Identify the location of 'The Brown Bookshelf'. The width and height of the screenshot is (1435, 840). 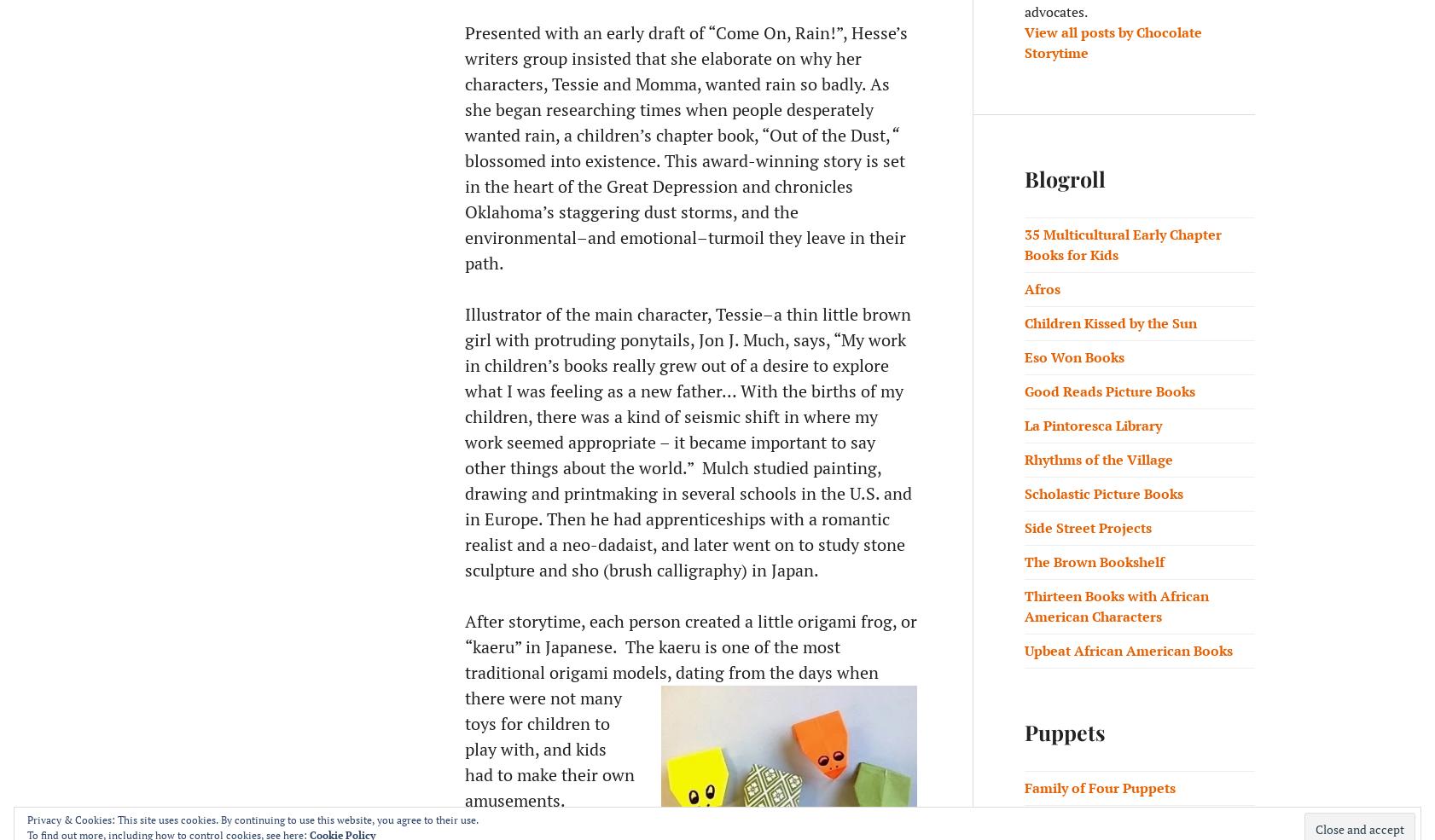
(1095, 560).